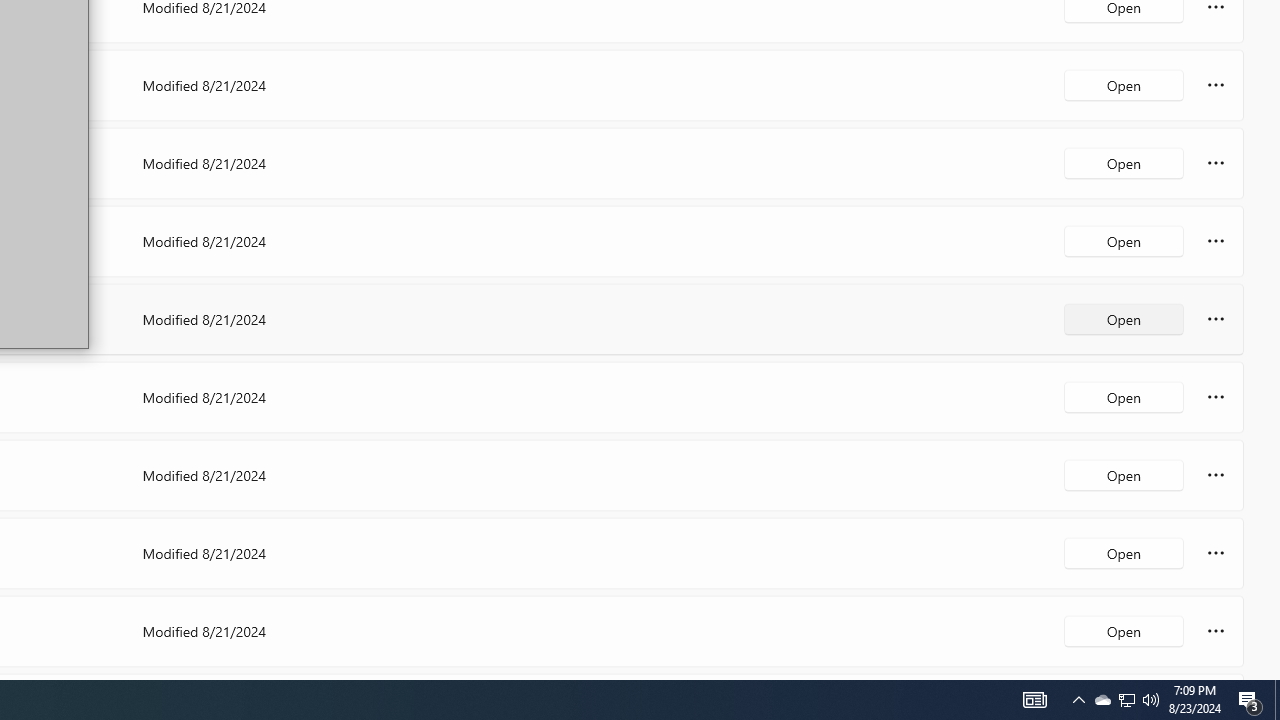  I want to click on 'Notification Chevron', so click(1034, 698).